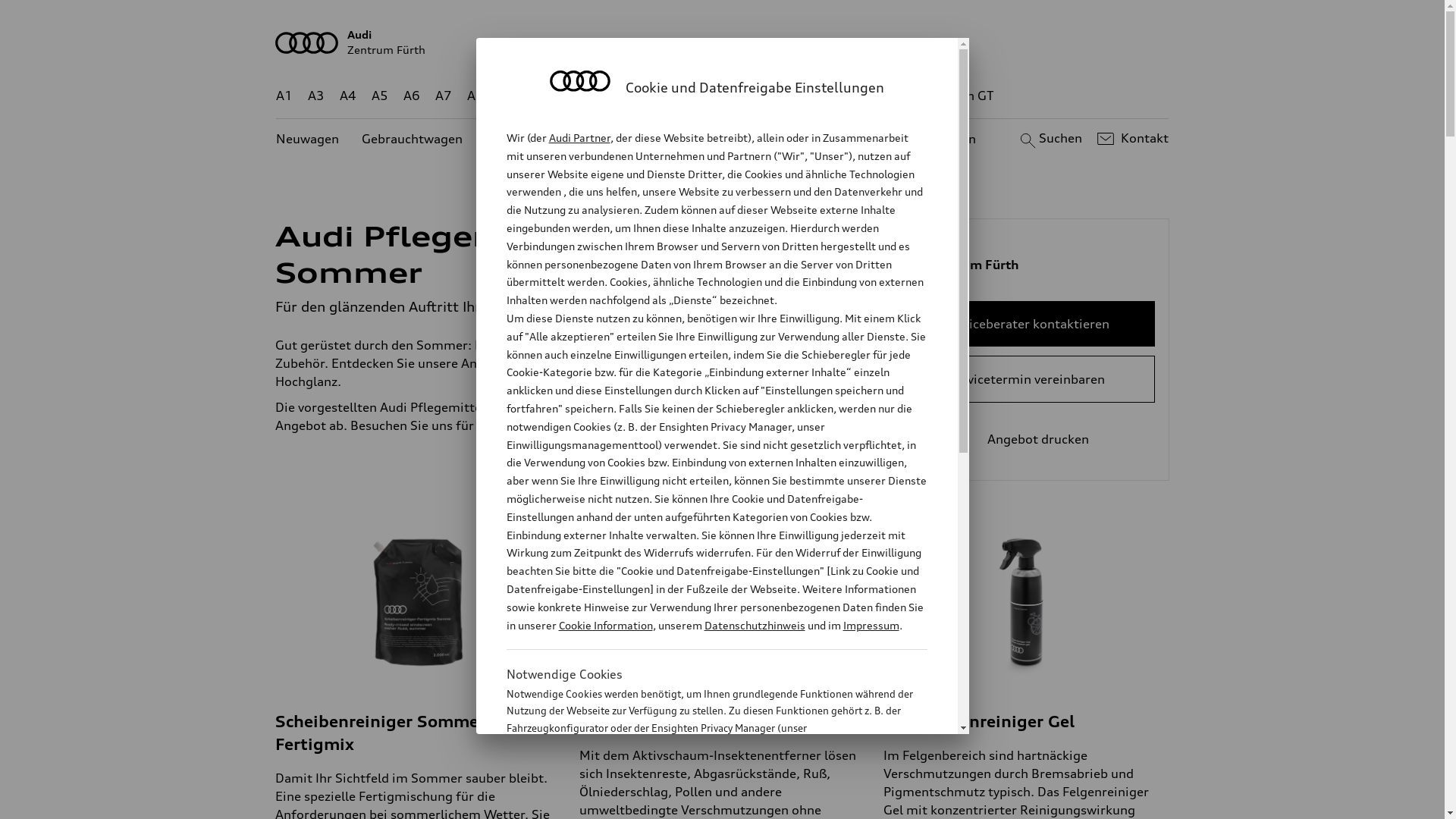 The image size is (1456, 819). What do you see at coordinates (764, 96) in the screenshot?
I see `'Q8 e-tron'` at bounding box center [764, 96].